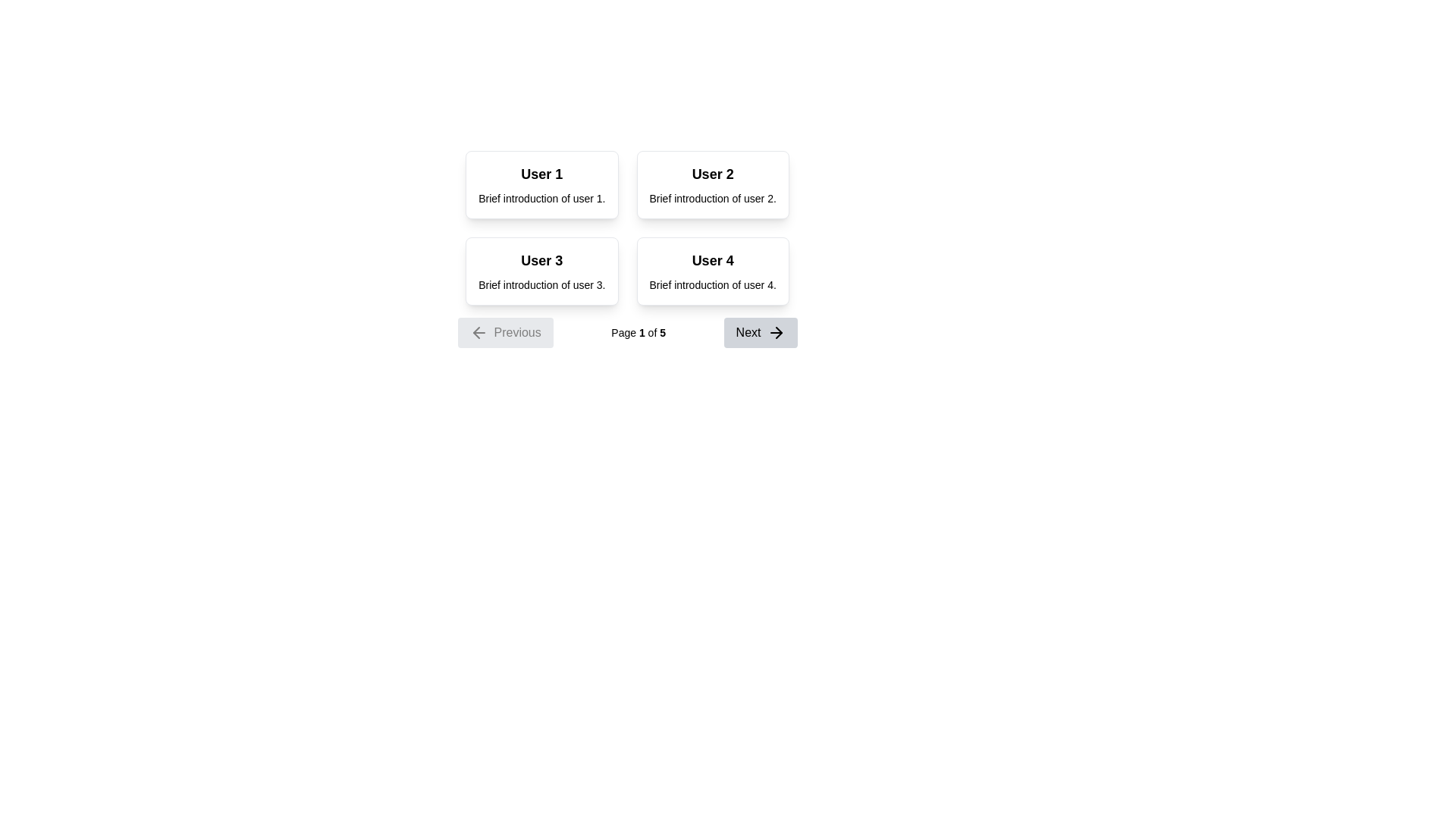 The image size is (1456, 819). I want to click on the informational card element located in the bottom-right quadrant of the grid, so click(712, 271).